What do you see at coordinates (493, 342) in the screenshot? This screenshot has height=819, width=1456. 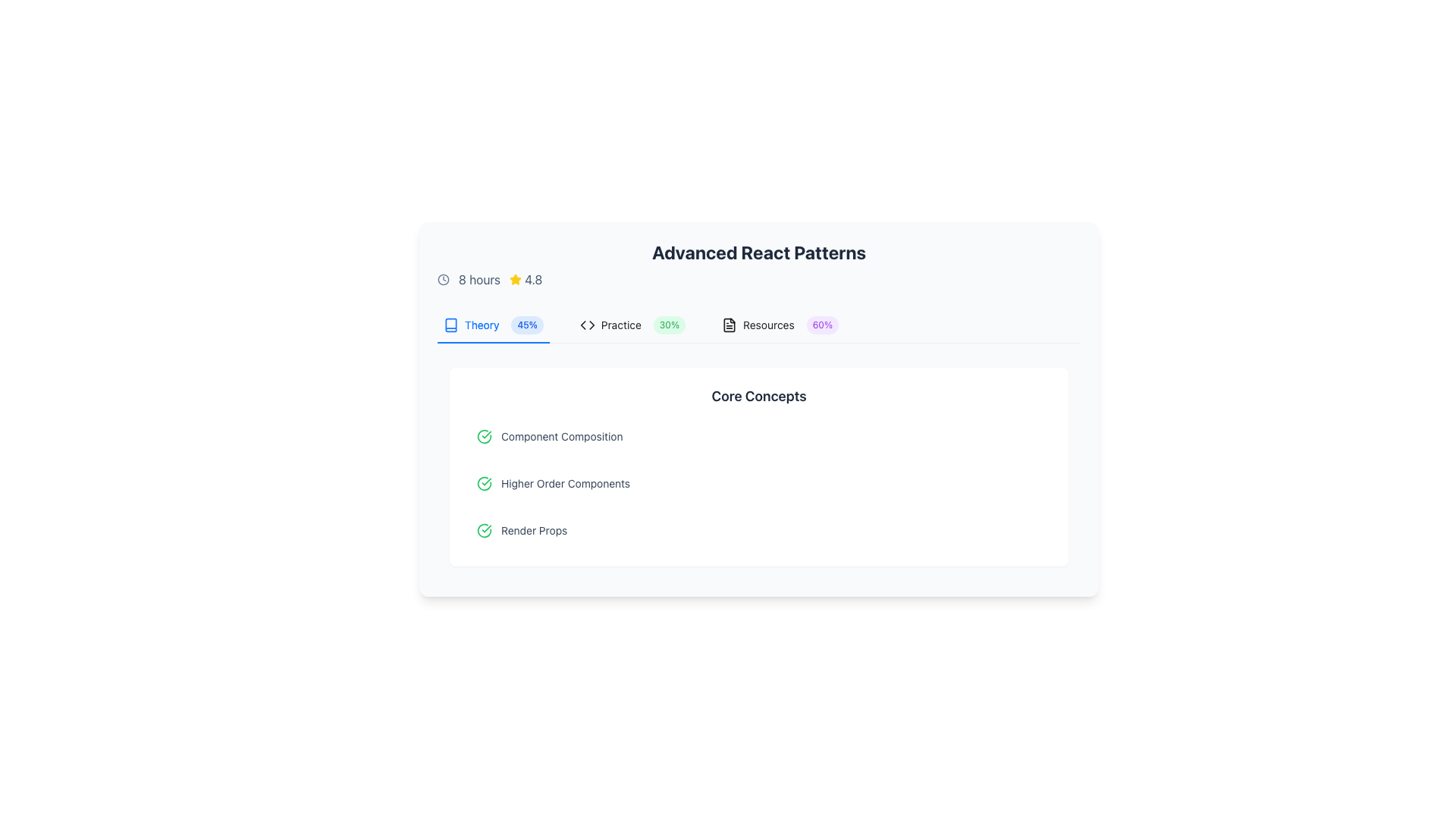 I see `the Indicator bar for the tab control, which visually represents the active tab in the tab navigation system, currently indicating the 'Theory' tab` at bounding box center [493, 342].